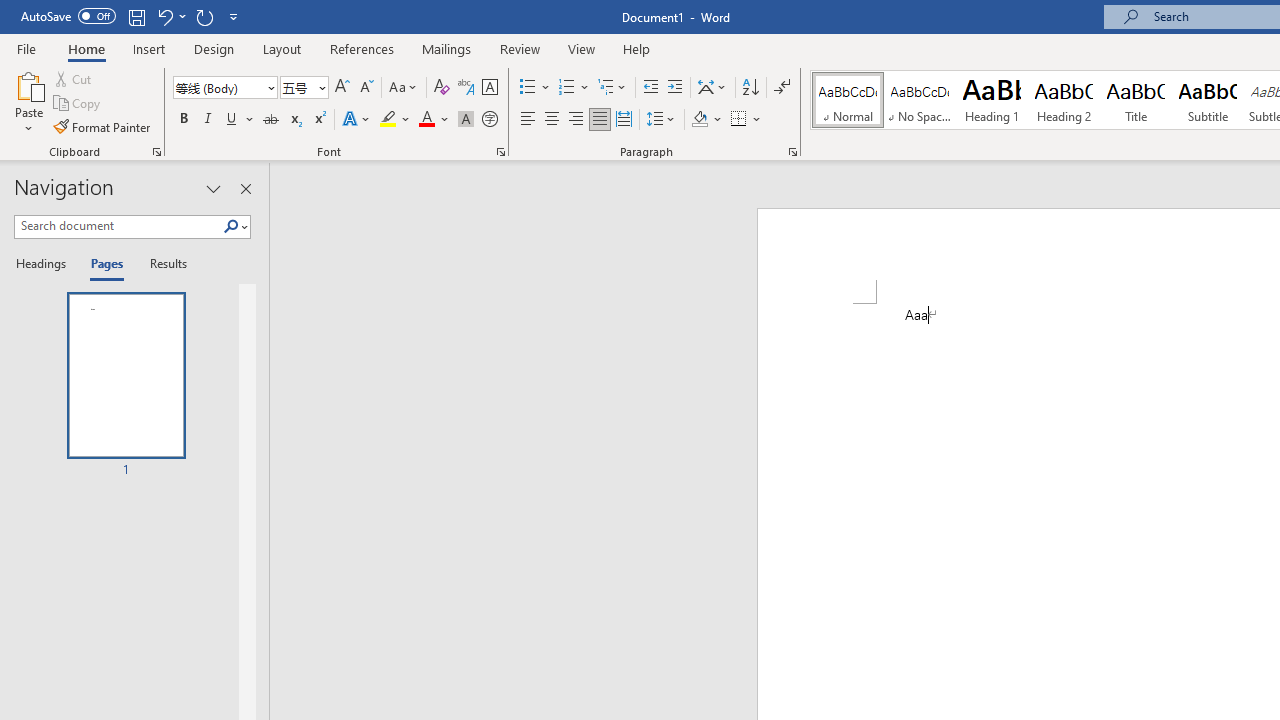 This screenshot has height=720, width=1280. What do you see at coordinates (1136, 100) in the screenshot?
I see `'Title'` at bounding box center [1136, 100].